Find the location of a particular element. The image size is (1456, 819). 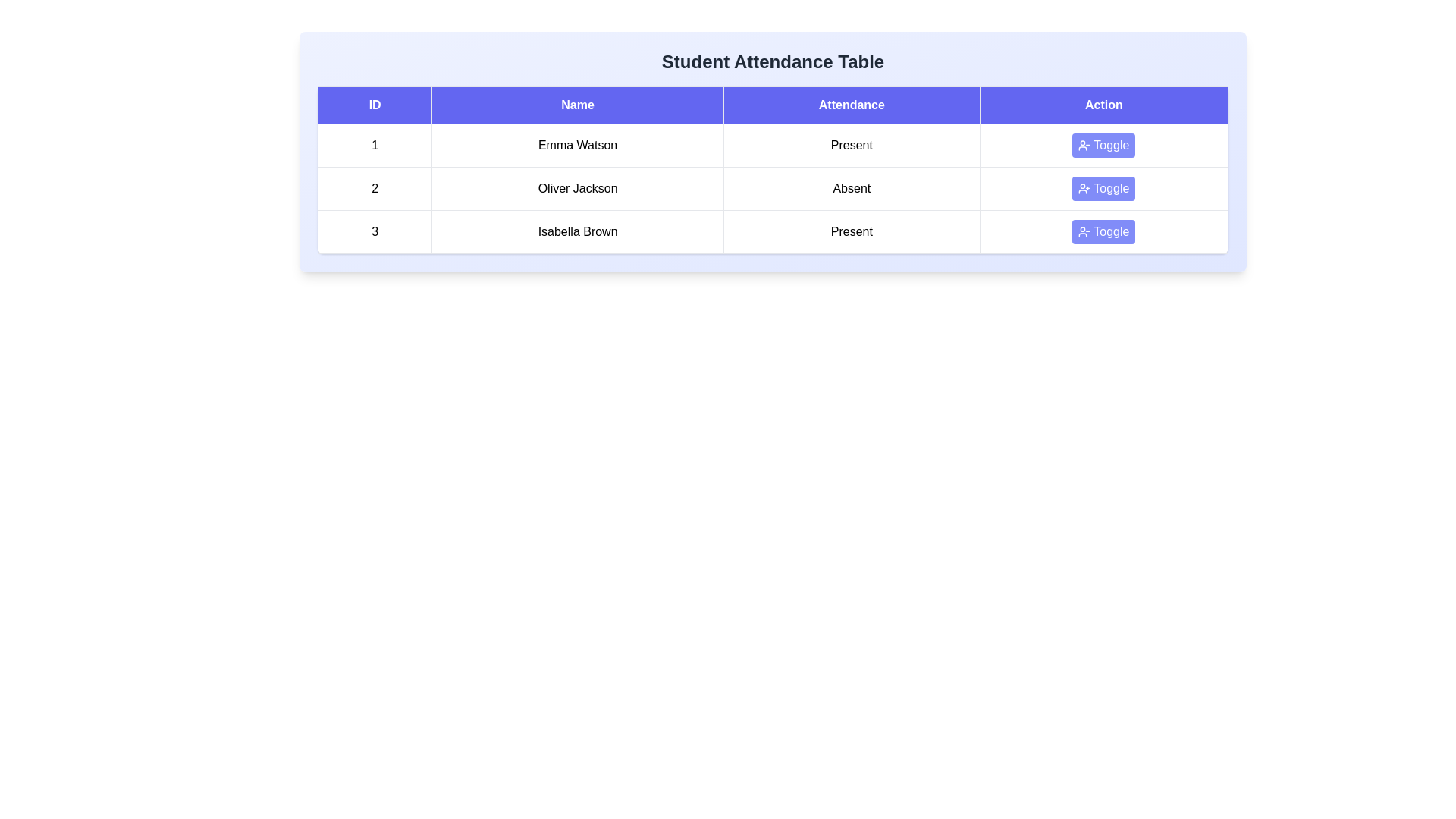

the toggle button for 'Absent' status associated with 'Oliver Jackson' is located at coordinates (1103, 188).